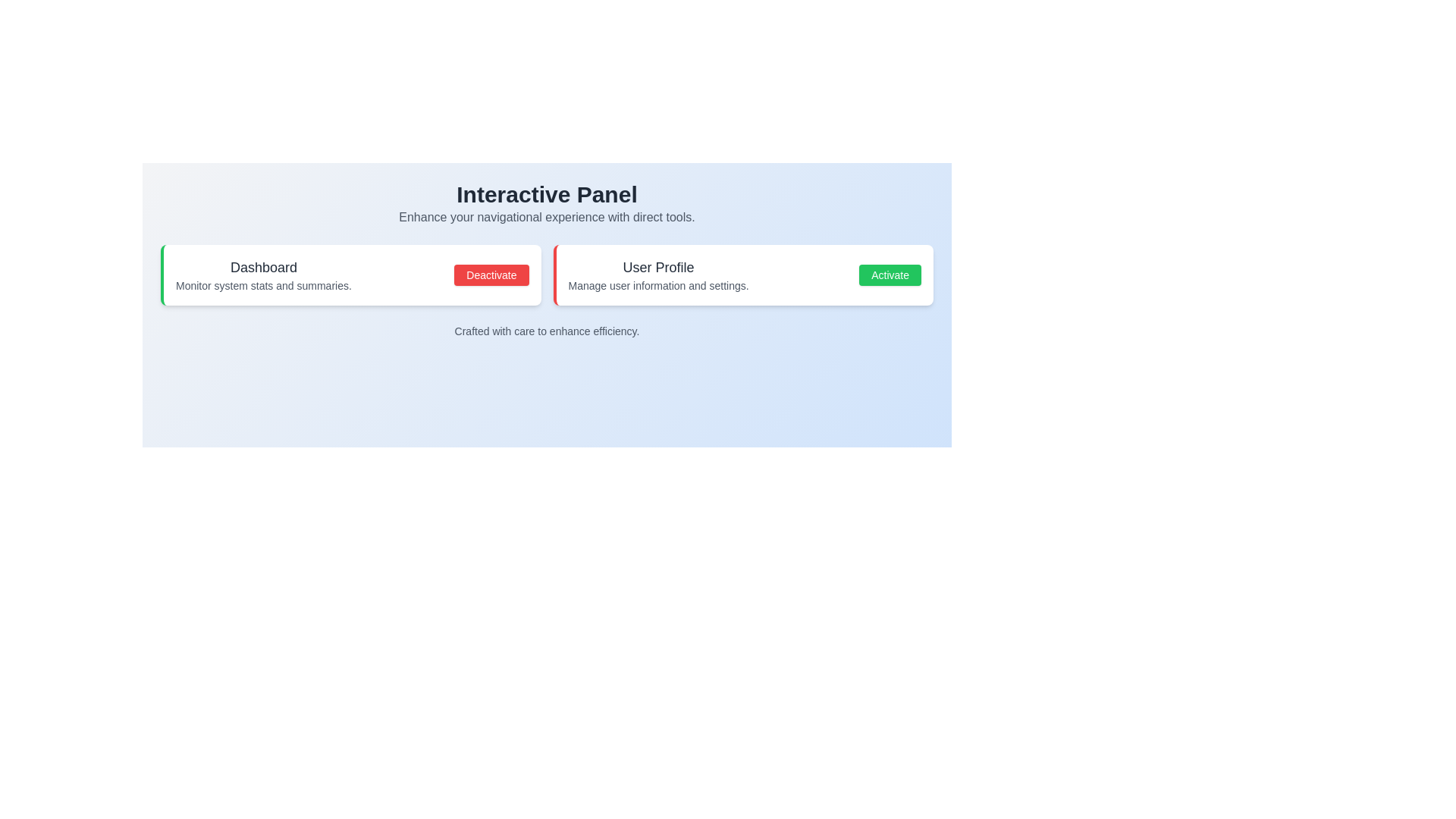  Describe the element at coordinates (658, 286) in the screenshot. I see `the Text label that provides contextual information regarding the 'User Profile' section, located beneath the 'User Profile' title` at that location.